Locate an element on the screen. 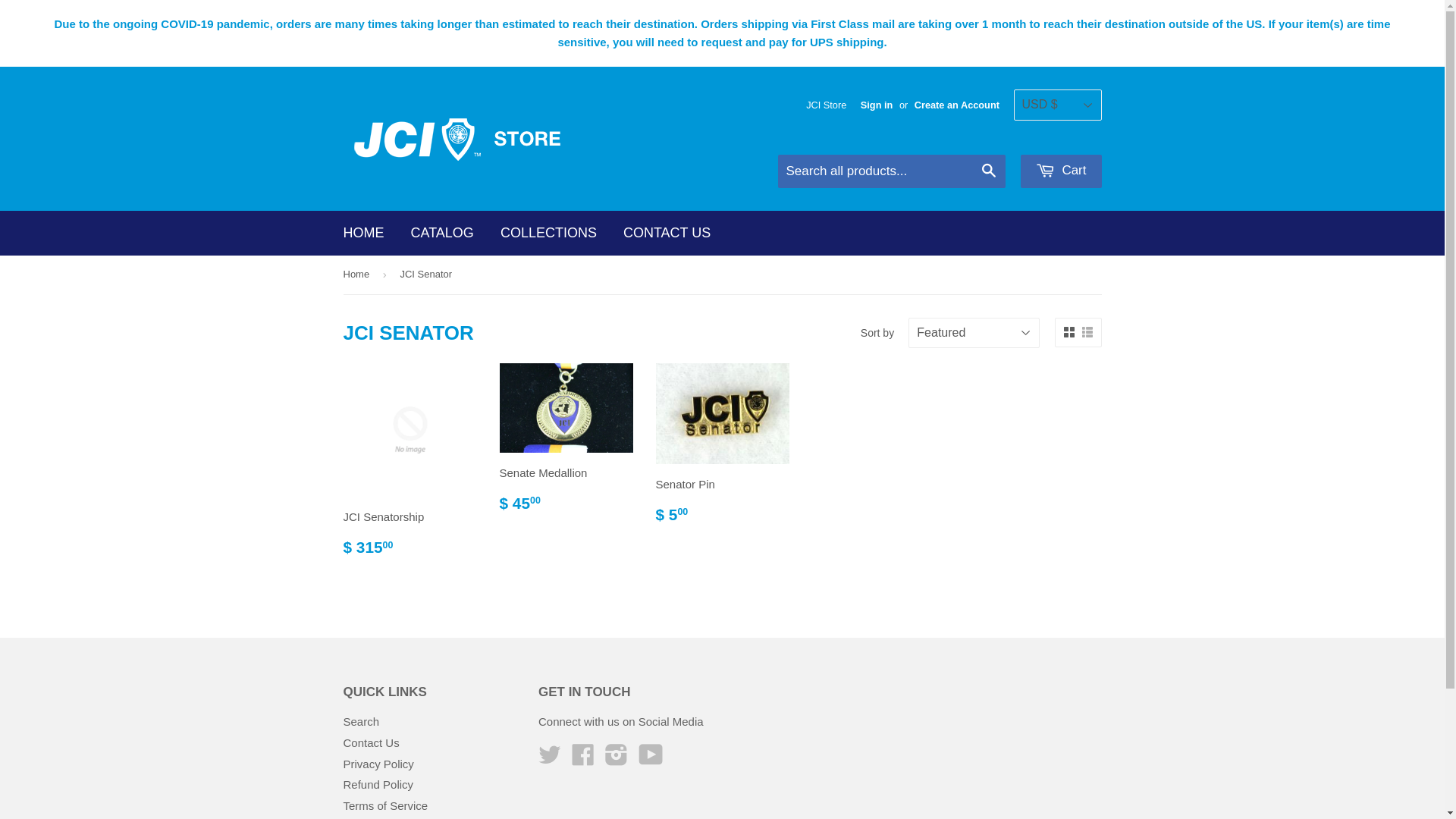  'Privacy Policy' is located at coordinates (378, 764).